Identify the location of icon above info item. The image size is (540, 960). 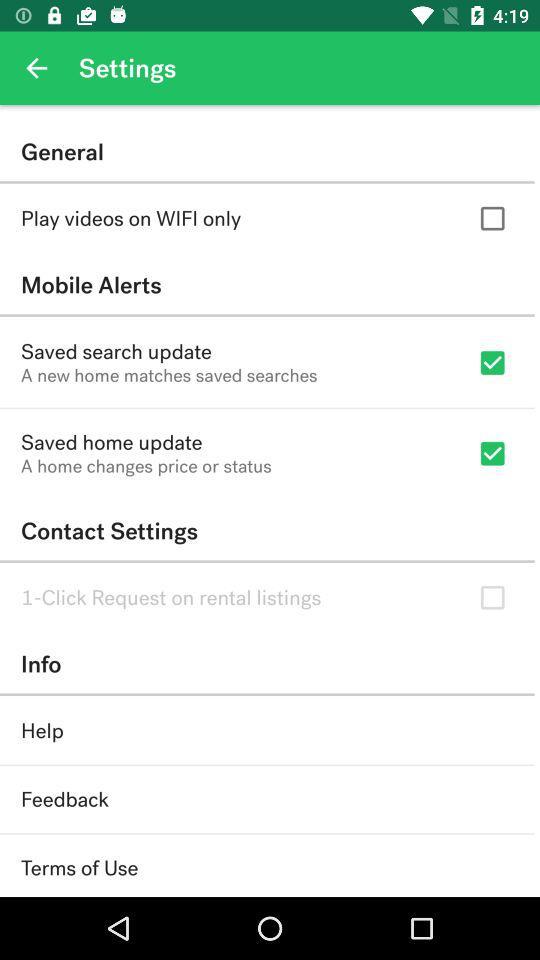
(171, 597).